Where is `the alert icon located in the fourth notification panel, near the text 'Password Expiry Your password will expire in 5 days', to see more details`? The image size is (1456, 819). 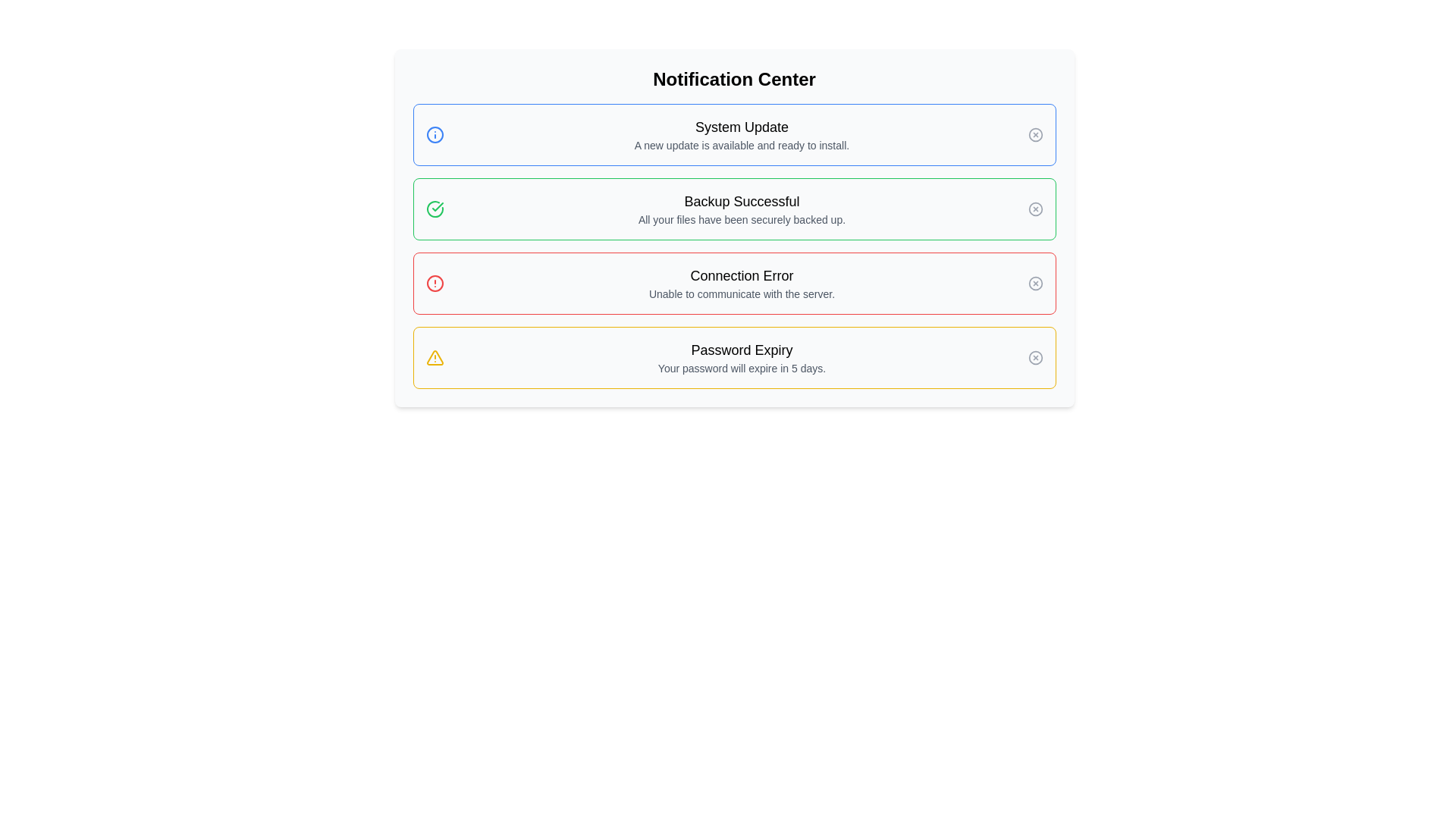 the alert icon located in the fourth notification panel, near the text 'Password Expiry Your password will expire in 5 days', to see more details is located at coordinates (434, 357).